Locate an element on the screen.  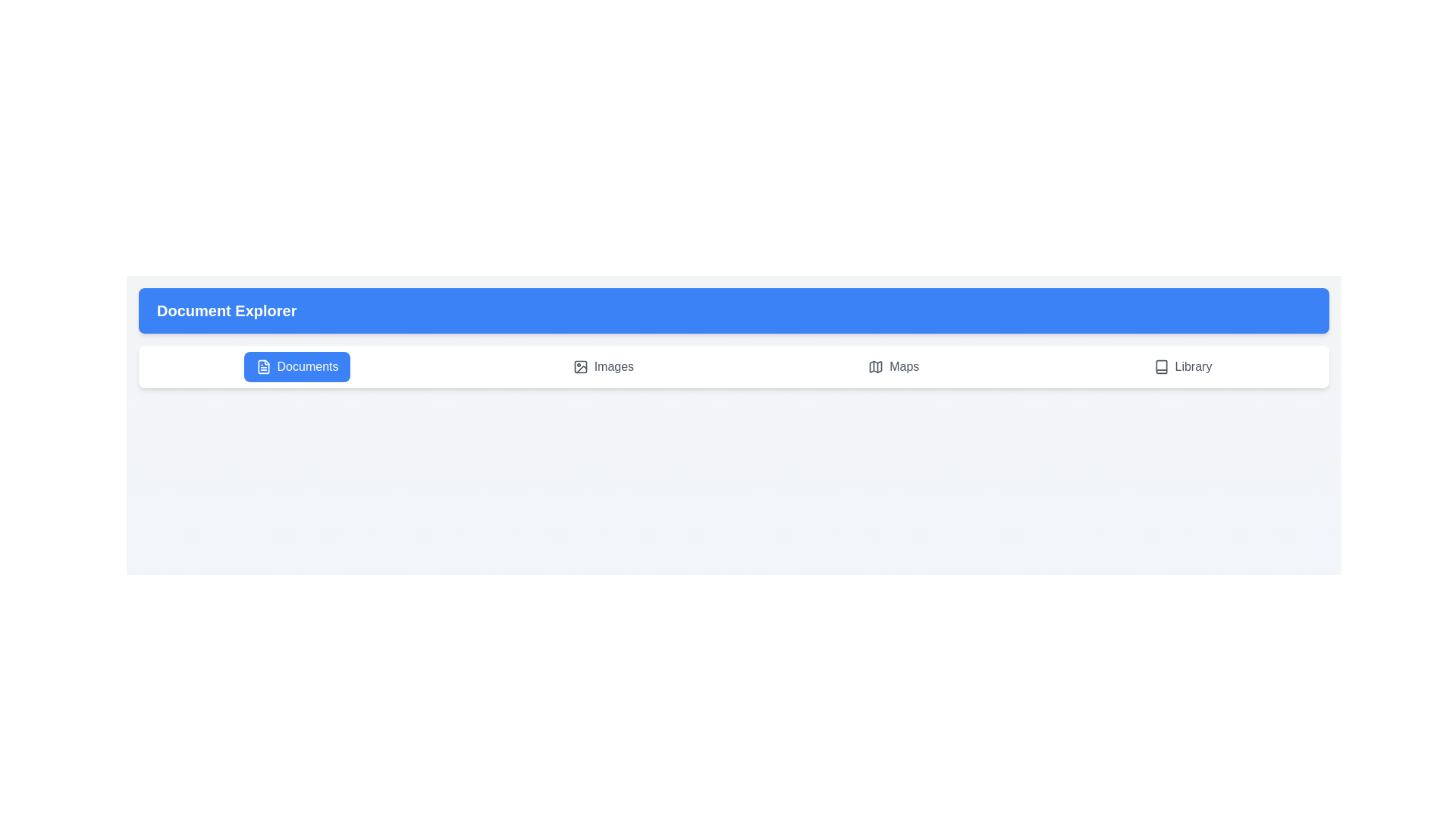
the Library tab is located at coordinates (1182, 366).